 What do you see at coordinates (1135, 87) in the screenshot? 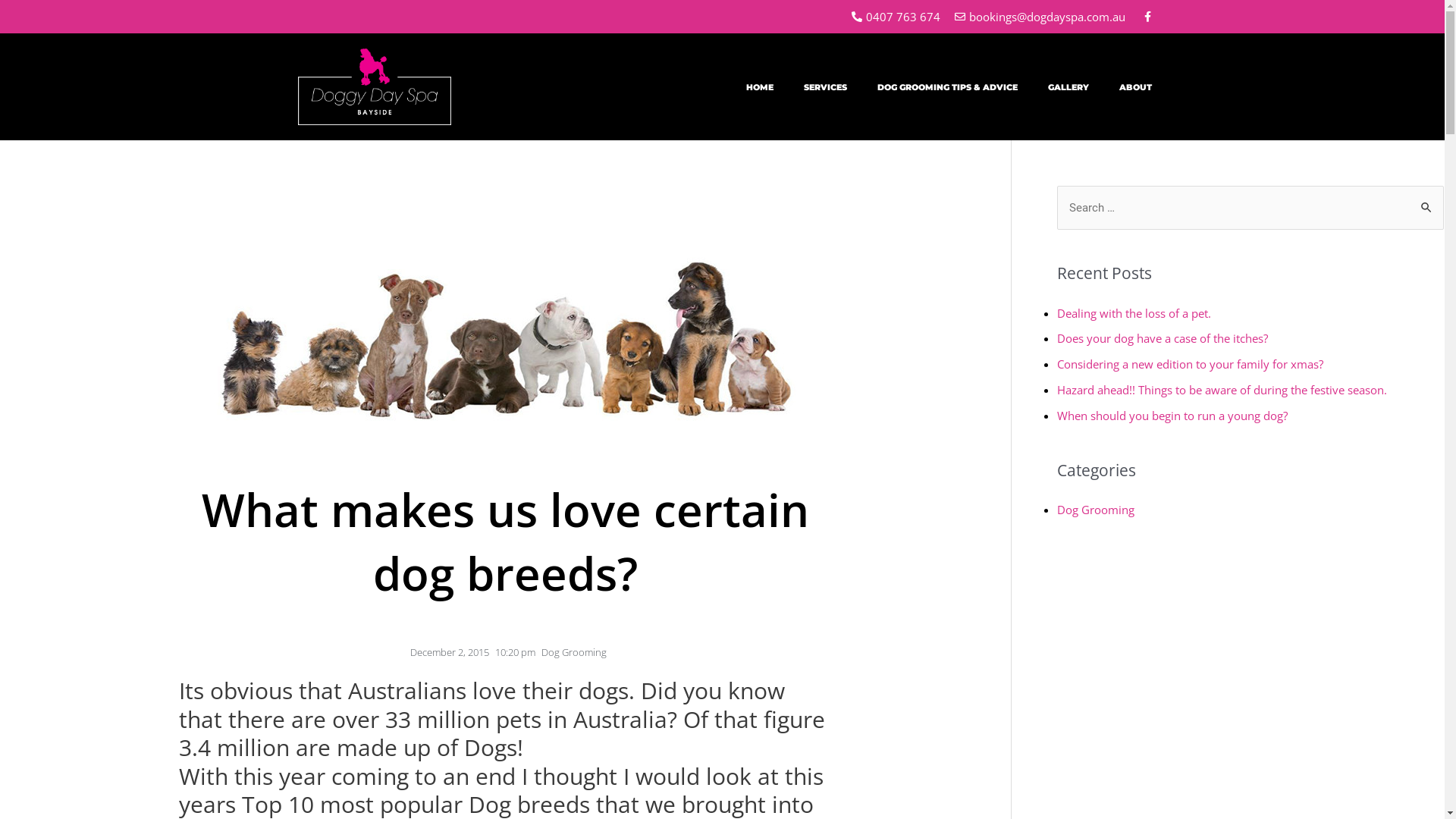
I see `'ABOUT'` at bounding box center [1135, 87].